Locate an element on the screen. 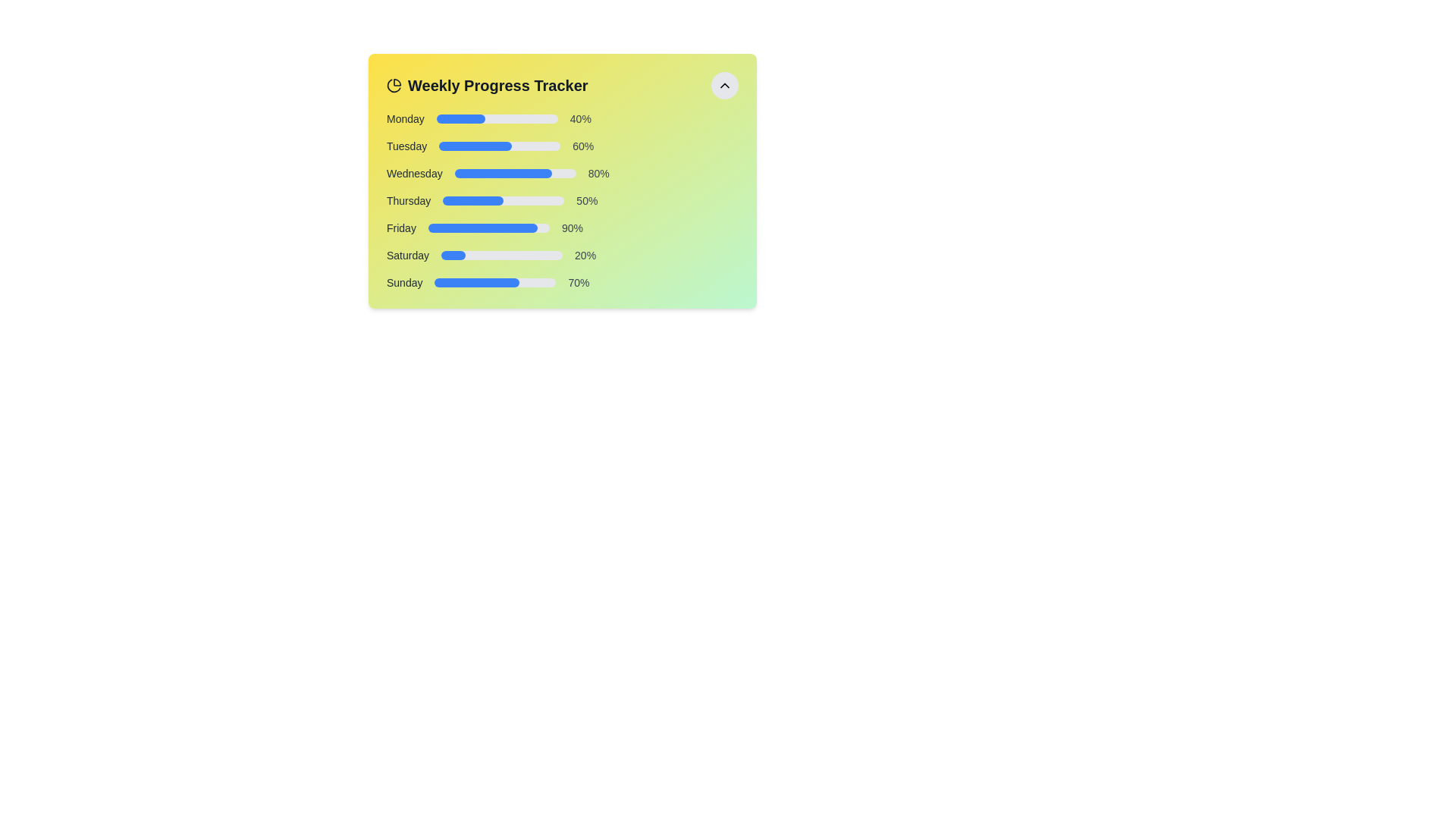  the progress value represented by the Progress Bar located in the 'Sunday' row of the 'Weekly Progress Tracker' block, which visually indicates 70% progress is located at coordinates (476, 283).